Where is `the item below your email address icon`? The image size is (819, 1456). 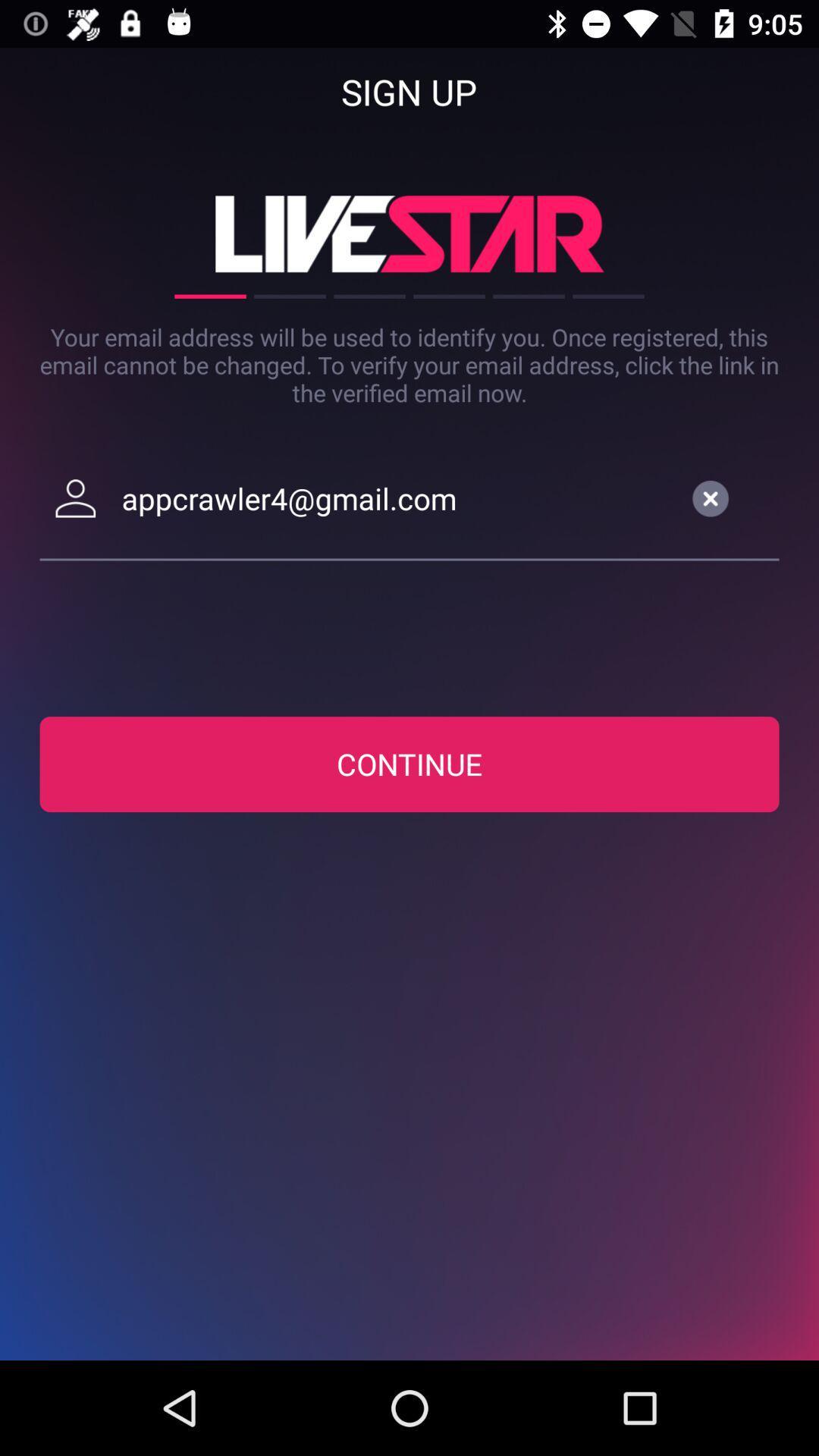 the item below your email address icon is located at coordinates (396, 498).